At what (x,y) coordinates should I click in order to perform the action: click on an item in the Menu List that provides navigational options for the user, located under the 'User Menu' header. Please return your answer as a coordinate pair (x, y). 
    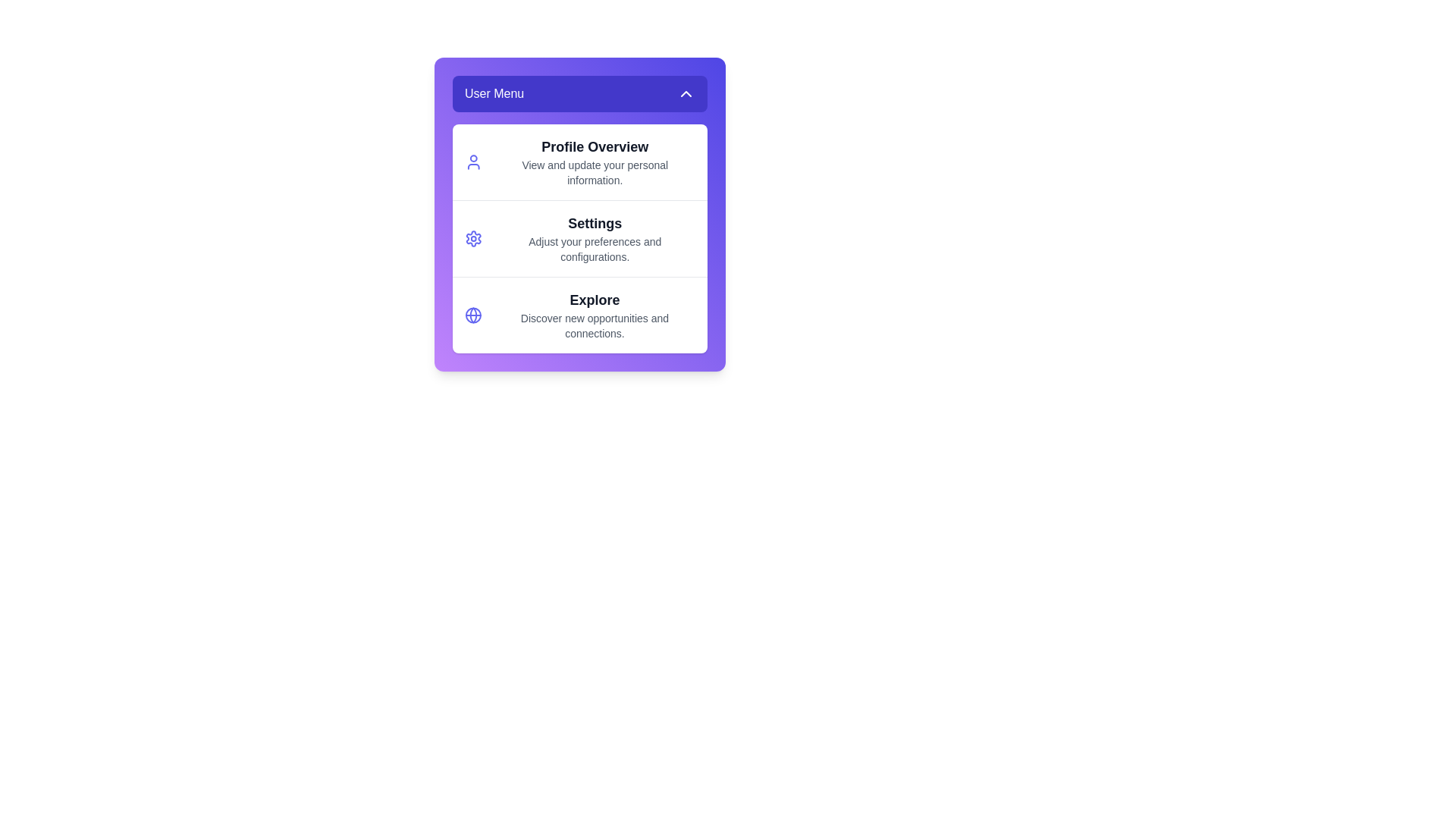
    Looking at the image, I should click on (579, 239).